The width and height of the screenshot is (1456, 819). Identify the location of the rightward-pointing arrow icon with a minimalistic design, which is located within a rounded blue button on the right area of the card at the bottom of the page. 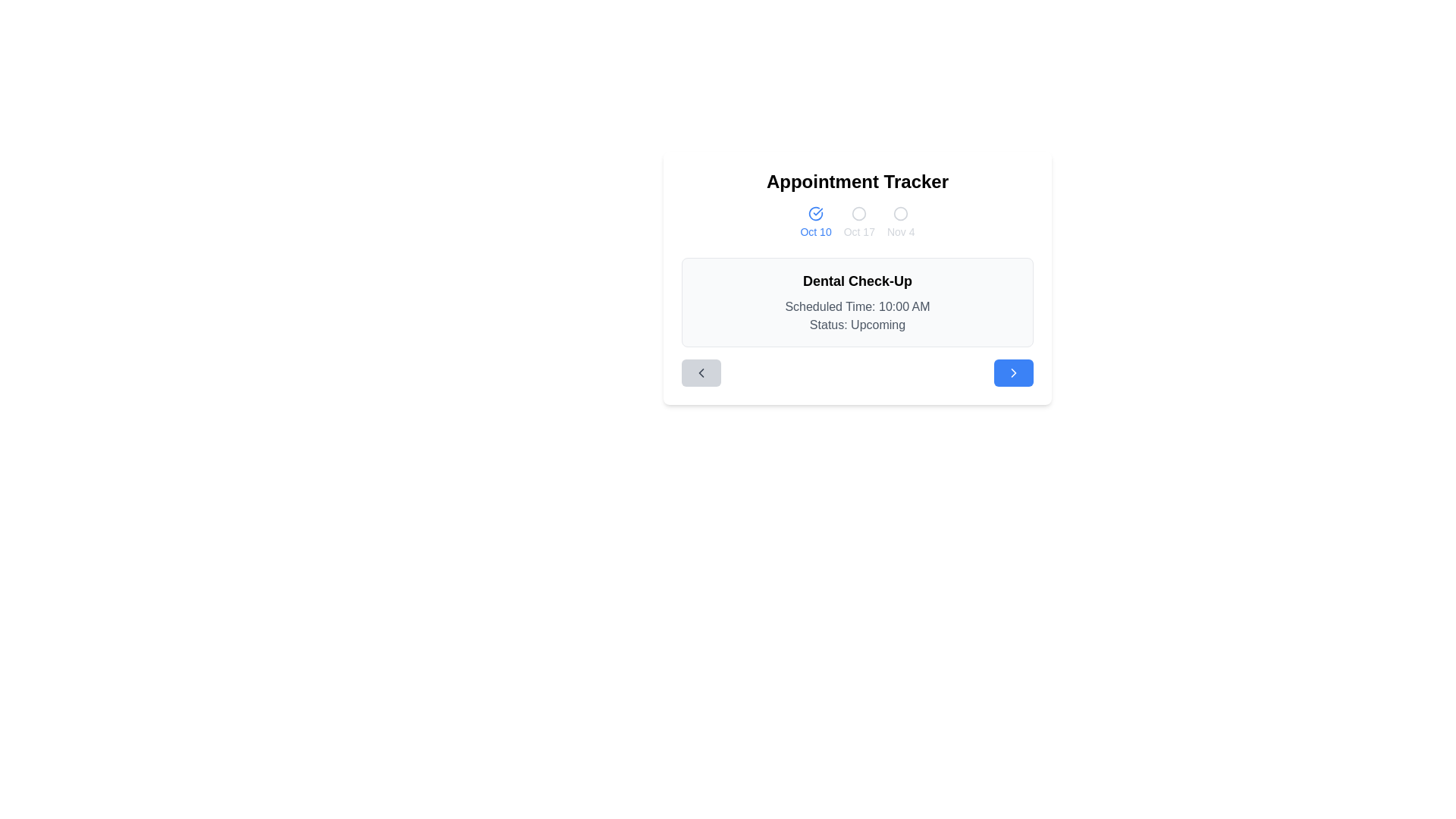
(1014, 373).